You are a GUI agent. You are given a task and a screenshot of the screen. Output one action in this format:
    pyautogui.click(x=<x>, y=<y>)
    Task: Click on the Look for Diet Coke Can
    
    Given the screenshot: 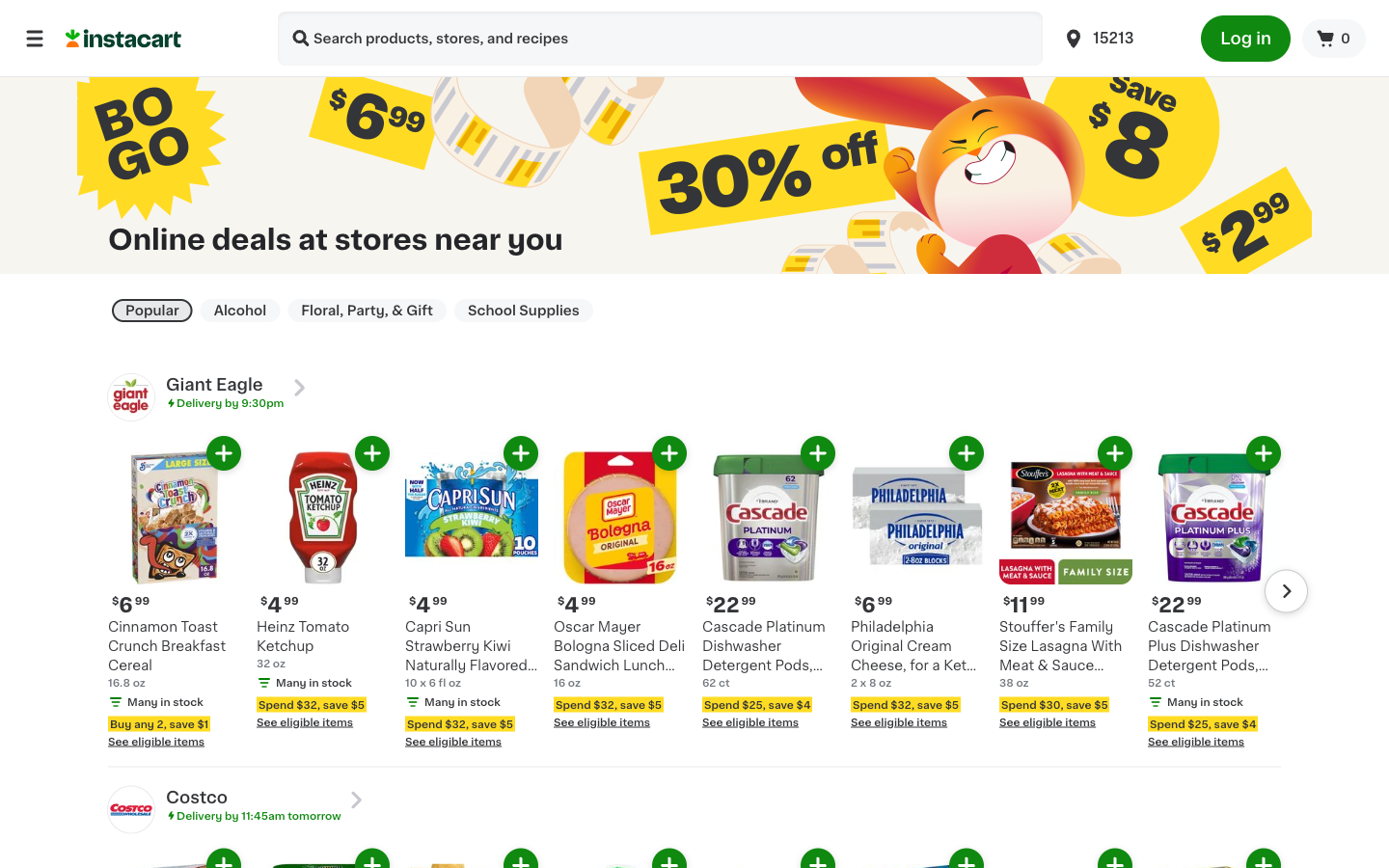 What is the action you would take?
    pyautogui.click(x=301, y=40)
    